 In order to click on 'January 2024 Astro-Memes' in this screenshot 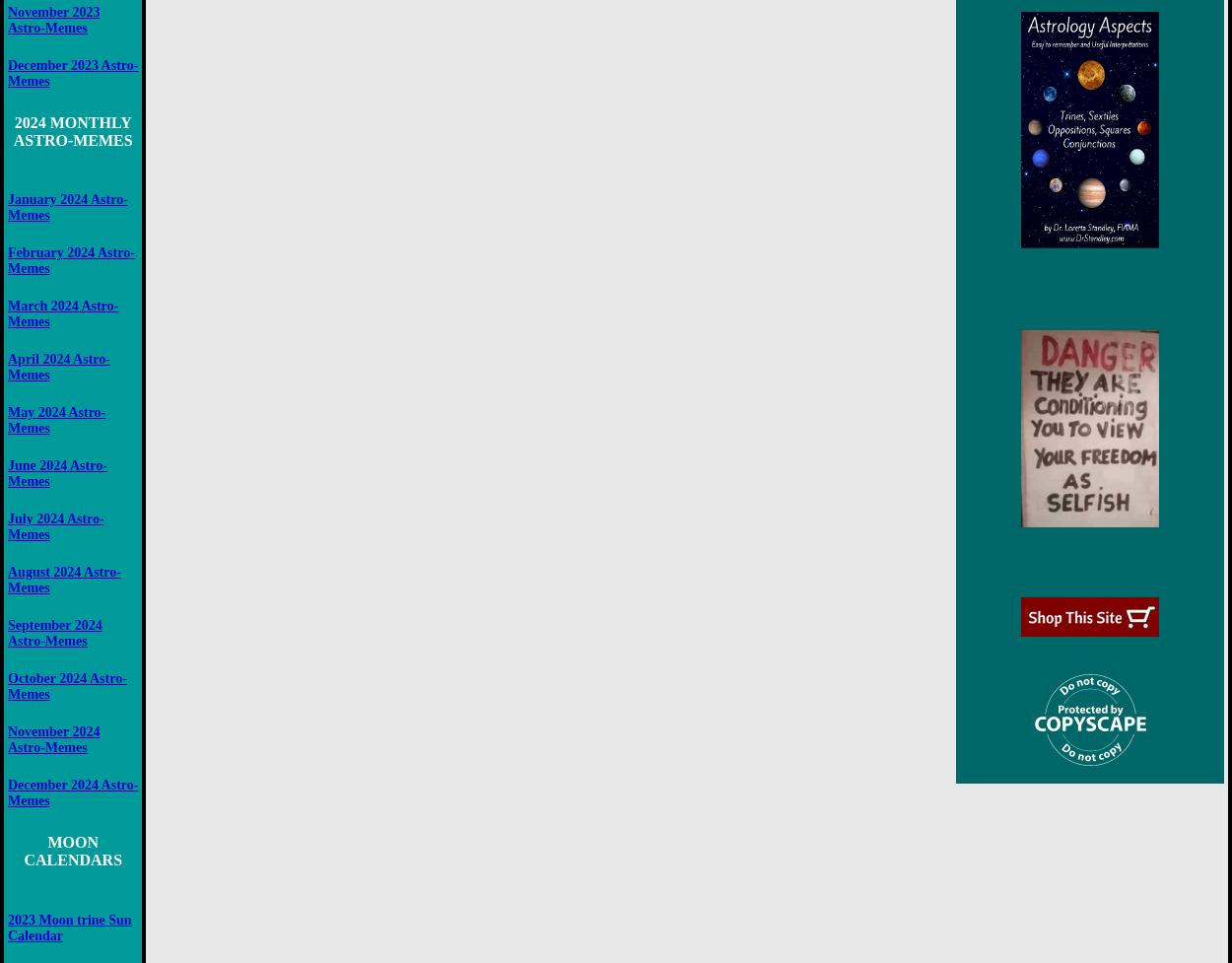, I will do `click(8, 206)`.